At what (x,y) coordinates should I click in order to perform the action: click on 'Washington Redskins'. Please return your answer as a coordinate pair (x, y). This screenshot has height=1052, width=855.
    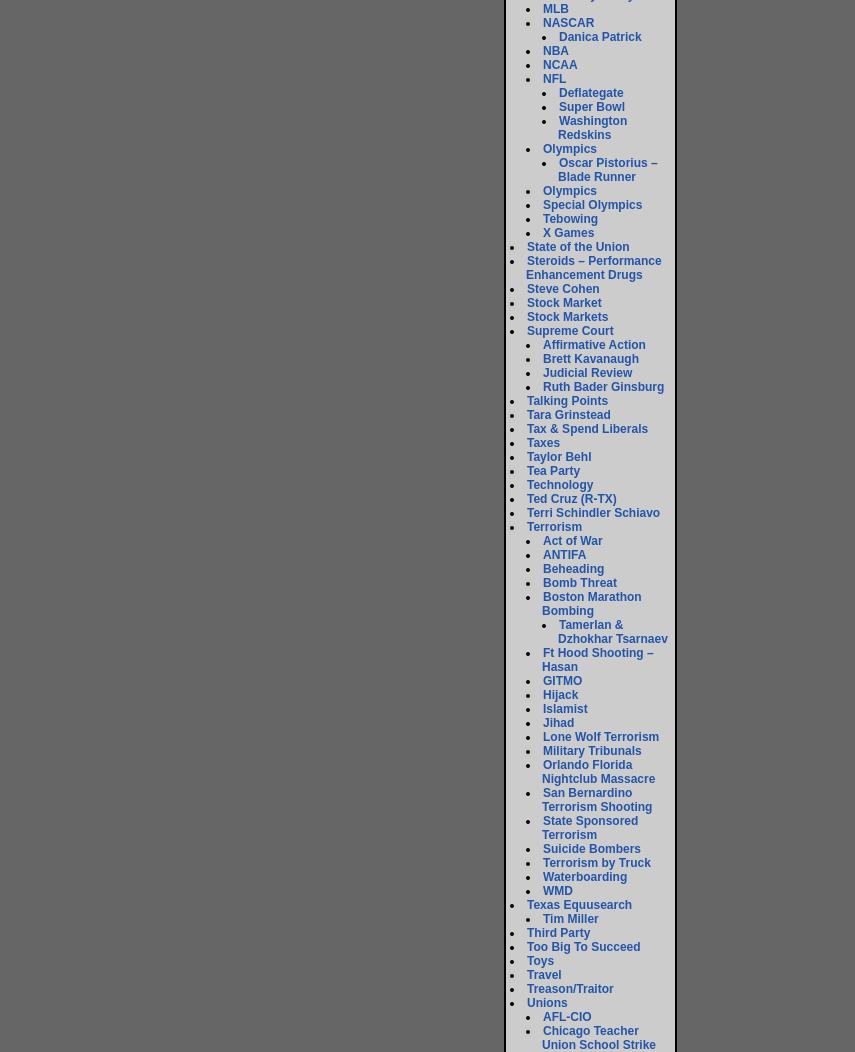
    Looking at the image, I should click on (557, 128).